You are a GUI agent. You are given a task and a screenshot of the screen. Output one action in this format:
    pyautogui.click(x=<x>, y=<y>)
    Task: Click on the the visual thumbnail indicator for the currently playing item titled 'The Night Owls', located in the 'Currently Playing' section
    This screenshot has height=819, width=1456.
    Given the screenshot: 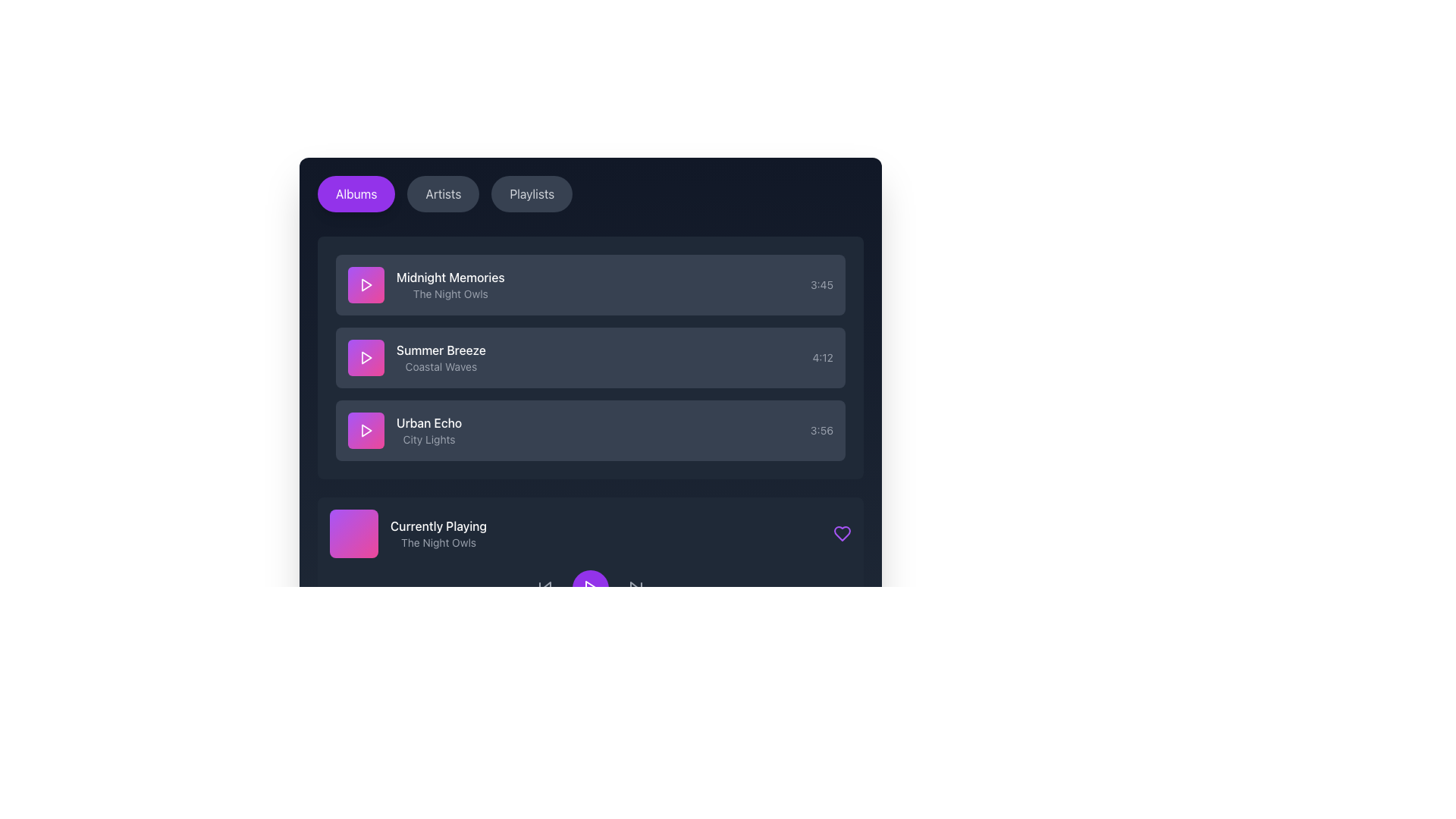 What is the action you would take?
    pyautogui.click(x=353, y=533)
    